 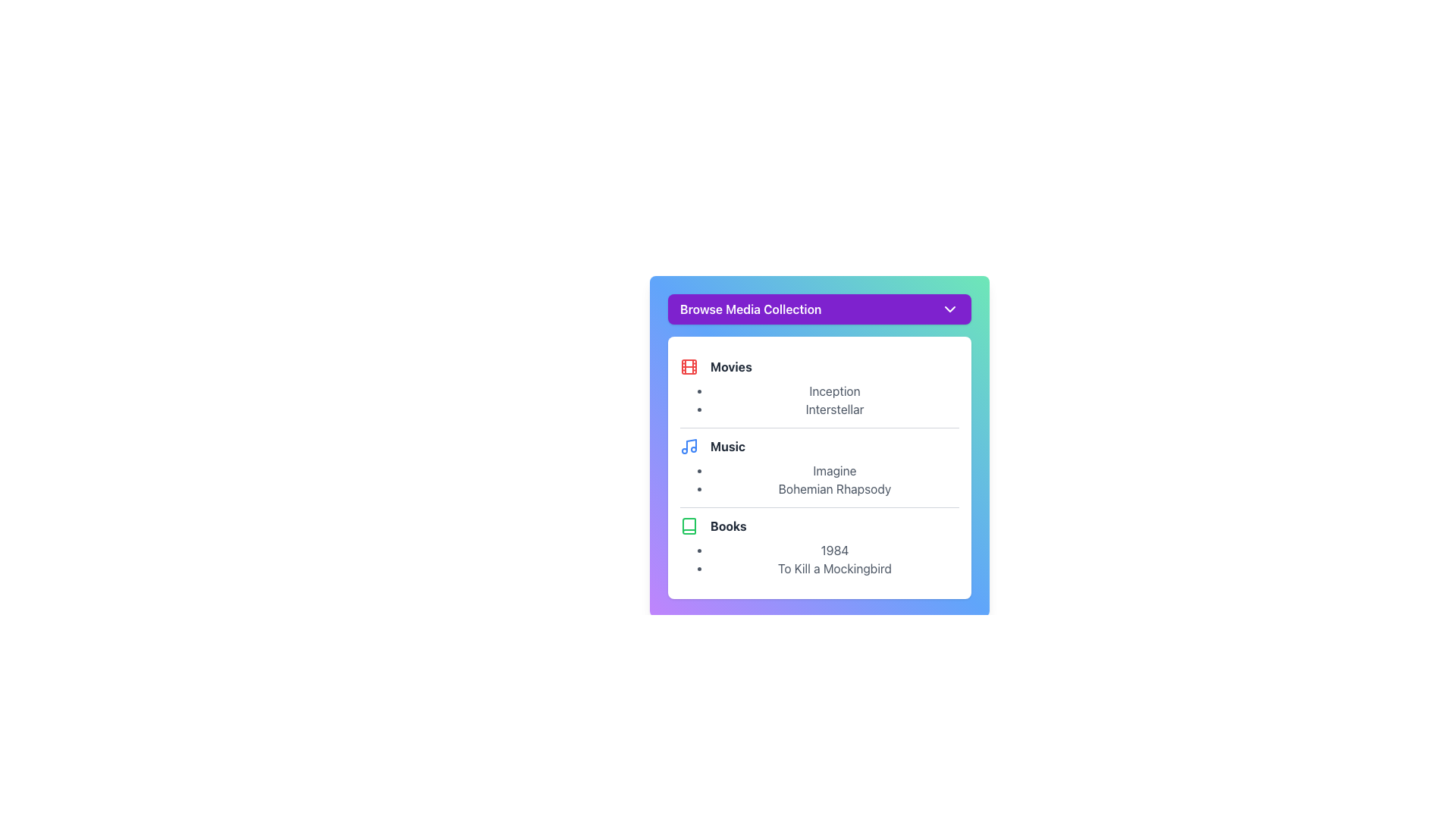 I want to click on the interactive book titles located within the 'Books' section, which features a bold 'Books' heading and a green book icon, so click(x=818, y=547).